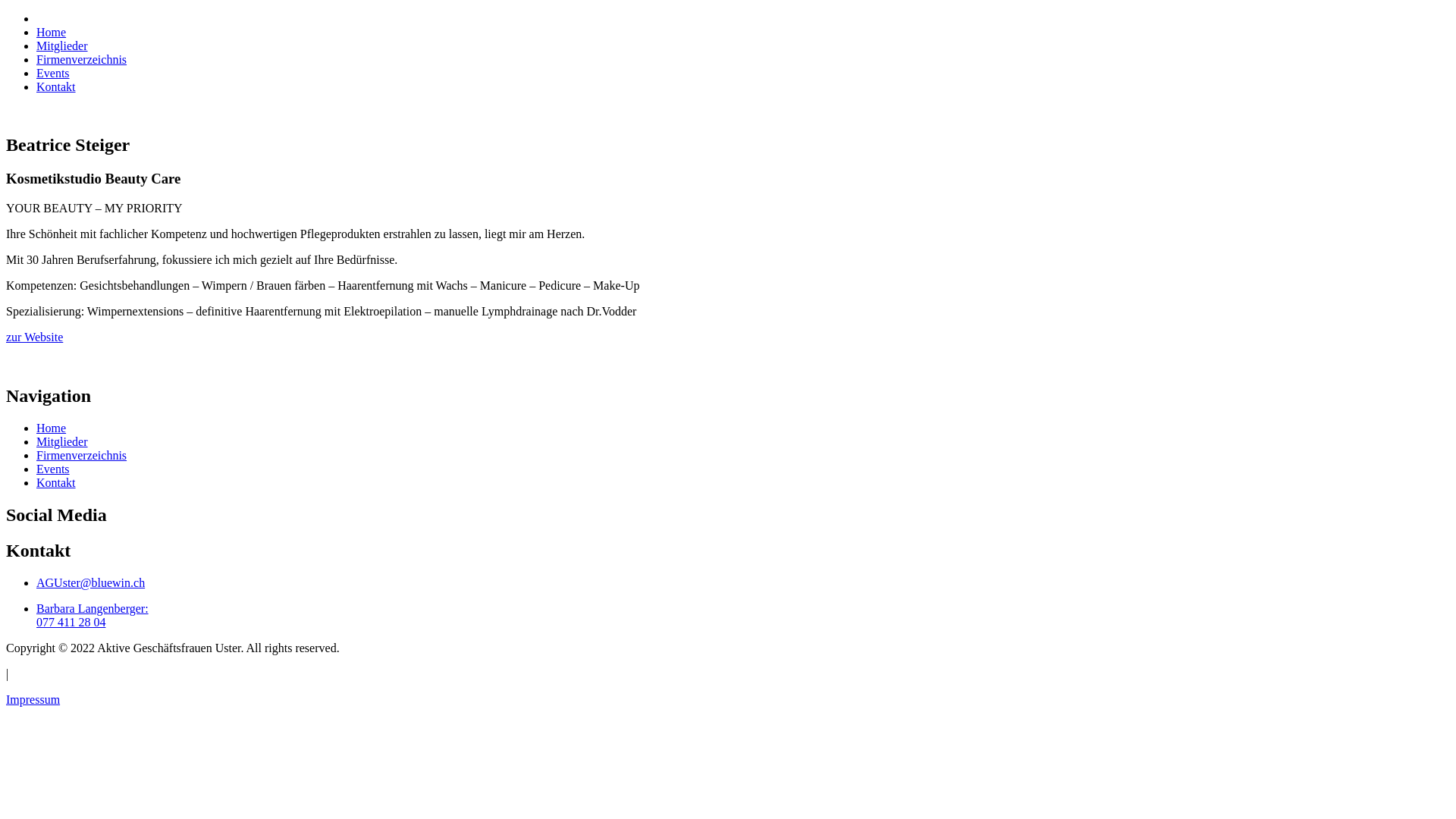 This screenshot has width=1456, height=819. I want to click on 'Firmenverzeichnis', so click(80, 454).